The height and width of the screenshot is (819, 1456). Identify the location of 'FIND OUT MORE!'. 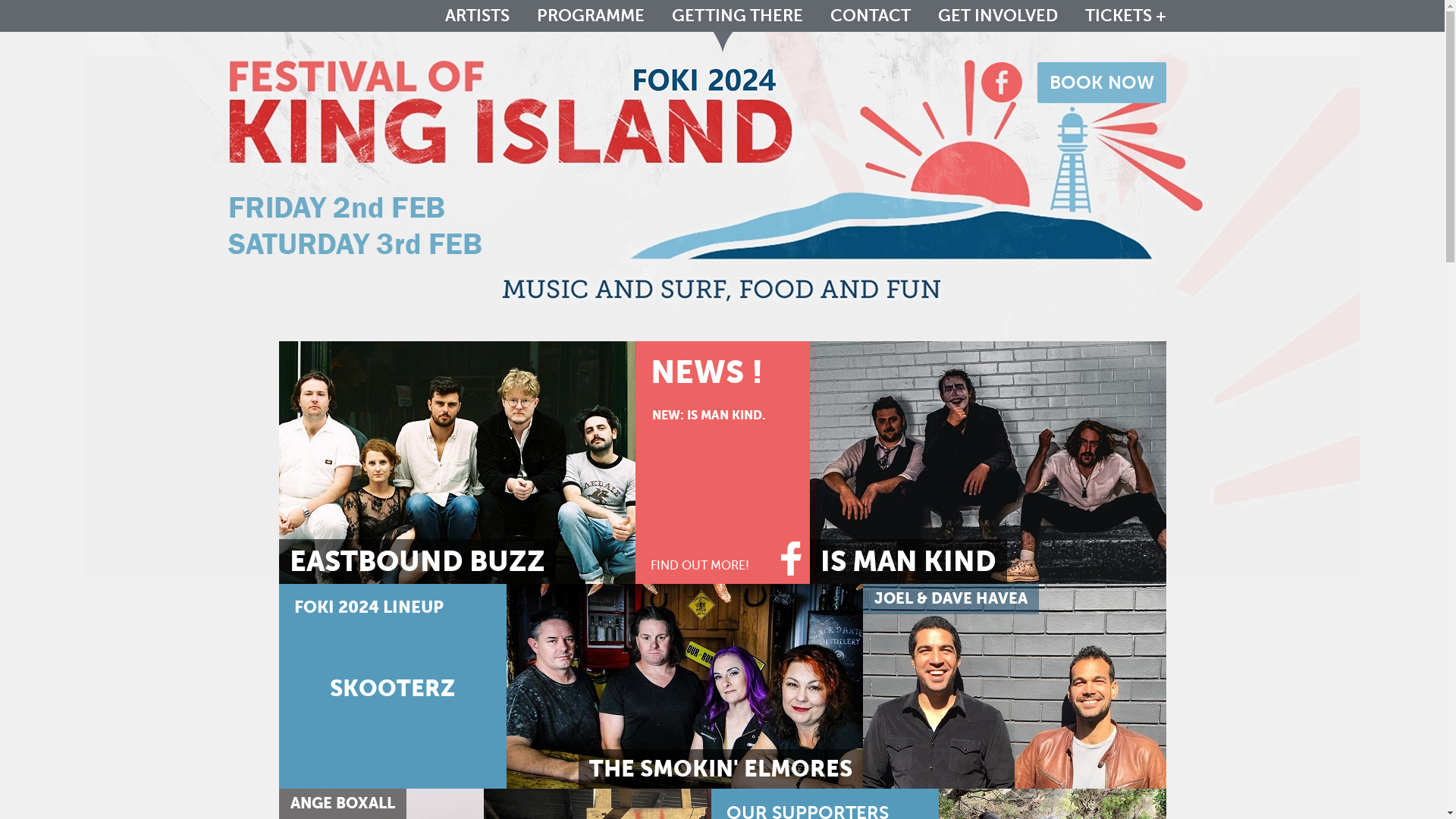
(698, 576).